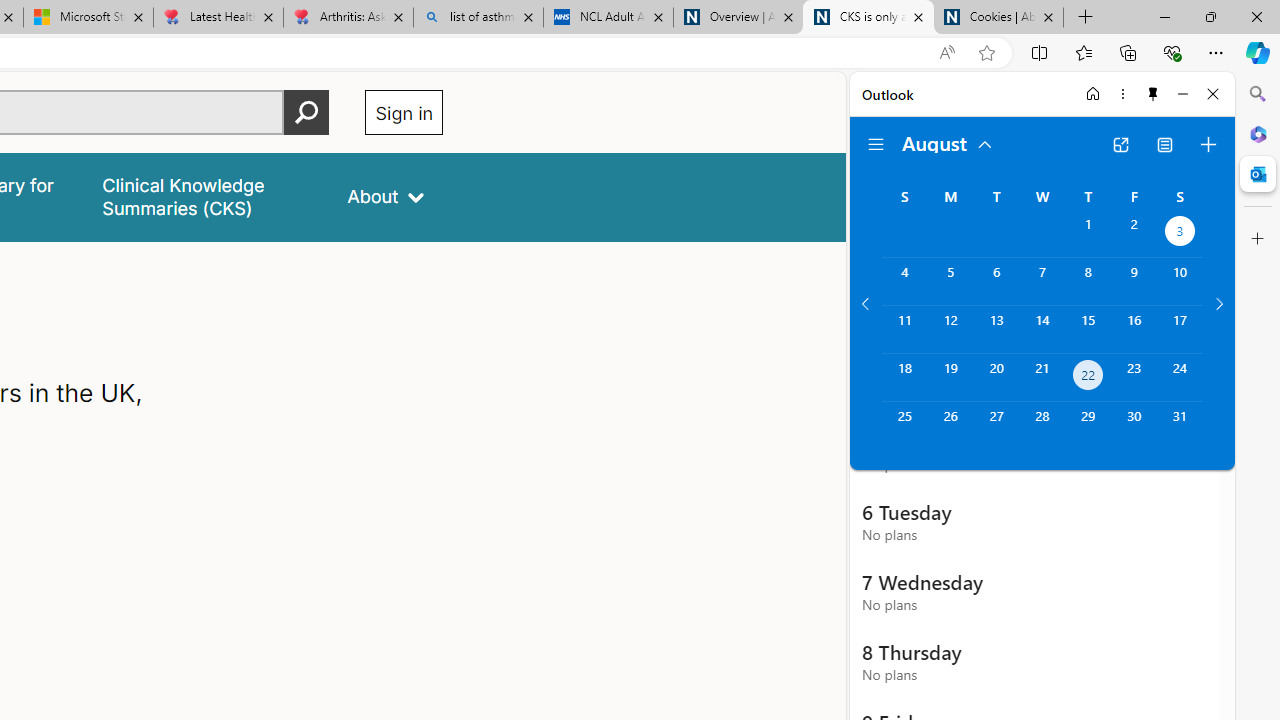  I want to click on 'Saturday, August 24, 2024. ', so click(1180, 377).